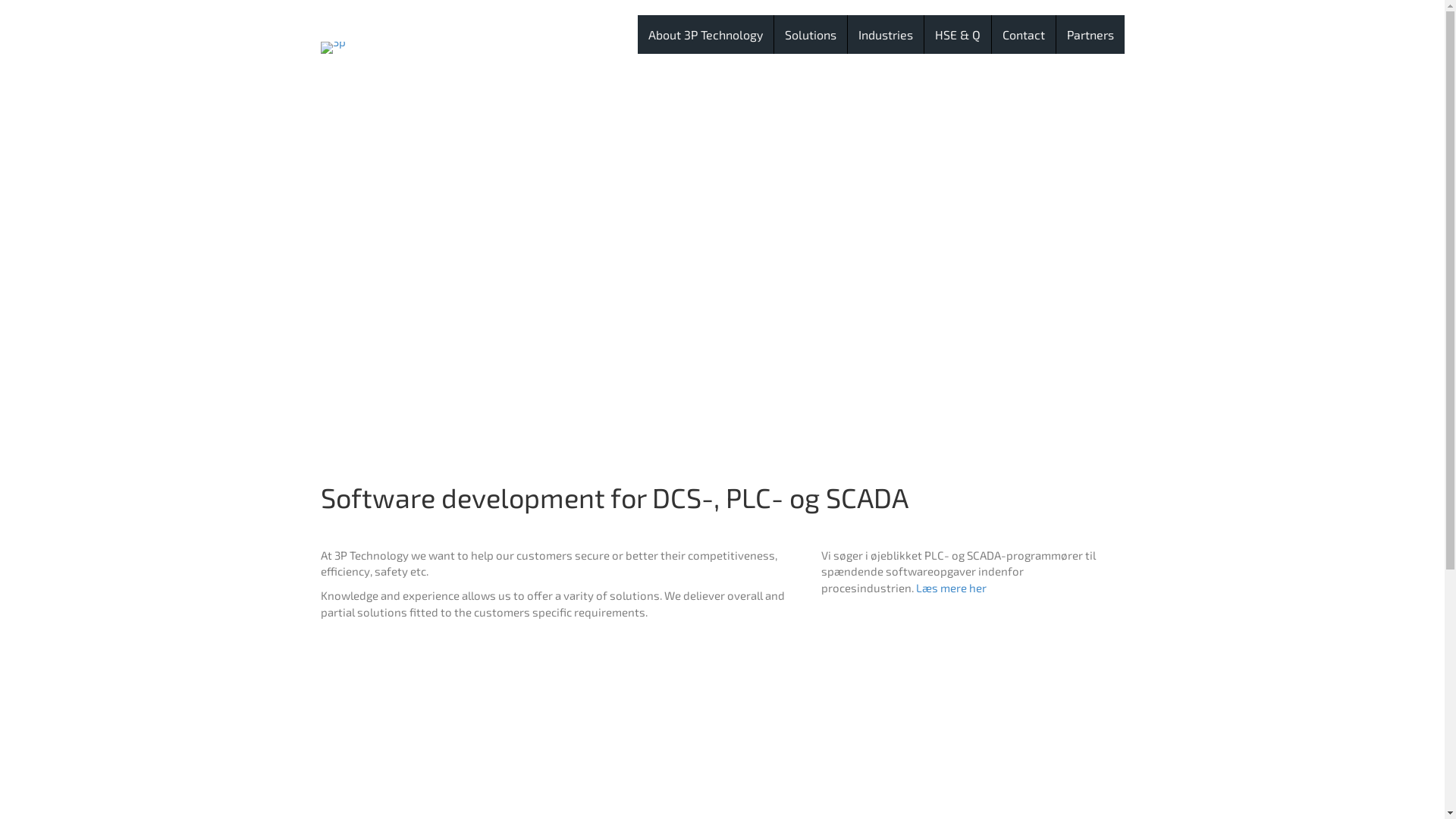 The width and height of the screenshot is (1456, 819). What do you see at coordinates (1088, 34) in the screenshot?
I see `'Partners'` at bounding box center [1088, 34].